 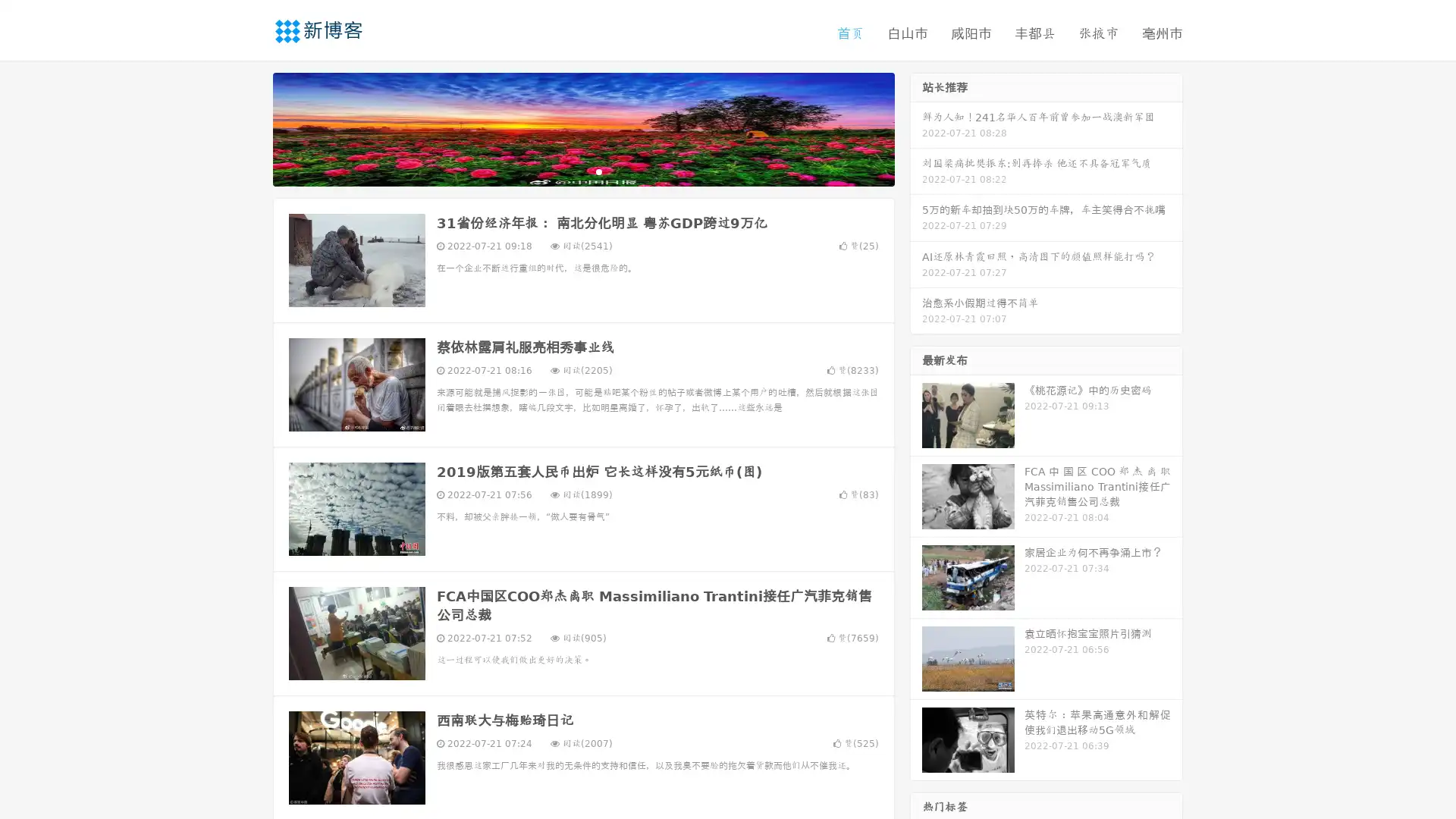 What do you see at coordinates (916, 127) in the screenshot?
I see `Next slide` at bounding box center [916, 127].